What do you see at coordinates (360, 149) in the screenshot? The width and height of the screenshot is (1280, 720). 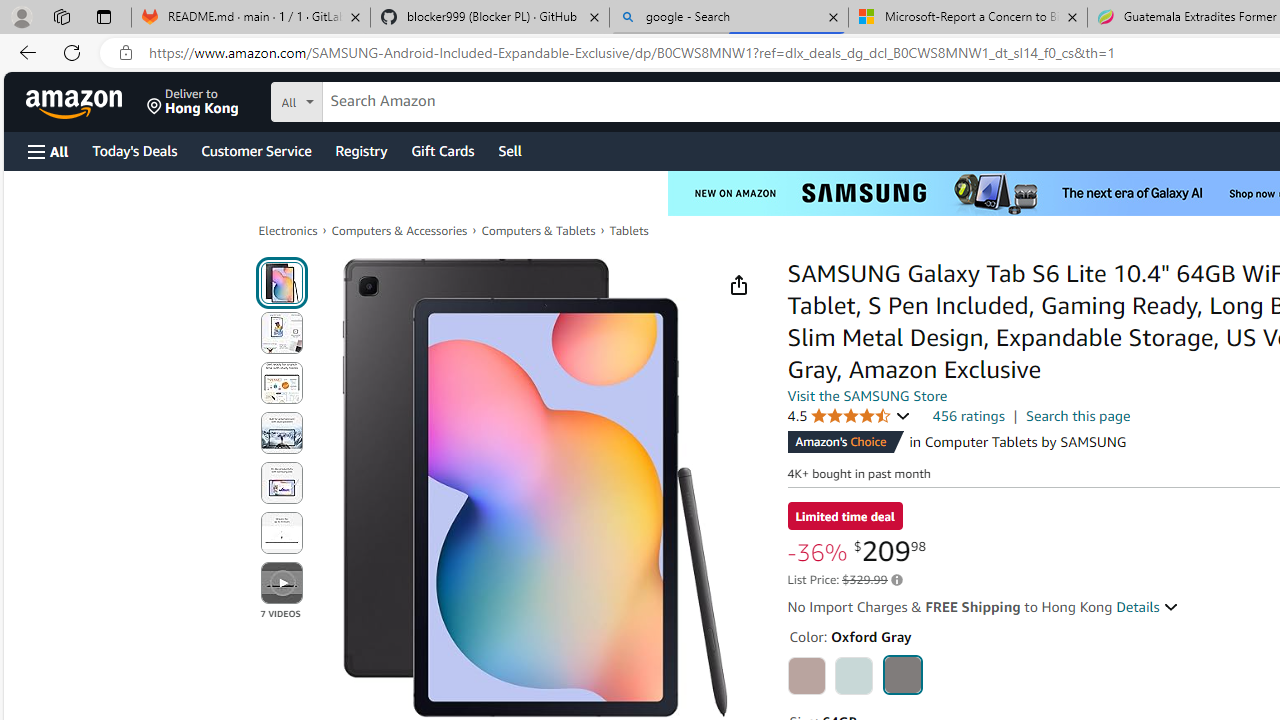 I see `'Registry'` at bounding box center [360, 149].